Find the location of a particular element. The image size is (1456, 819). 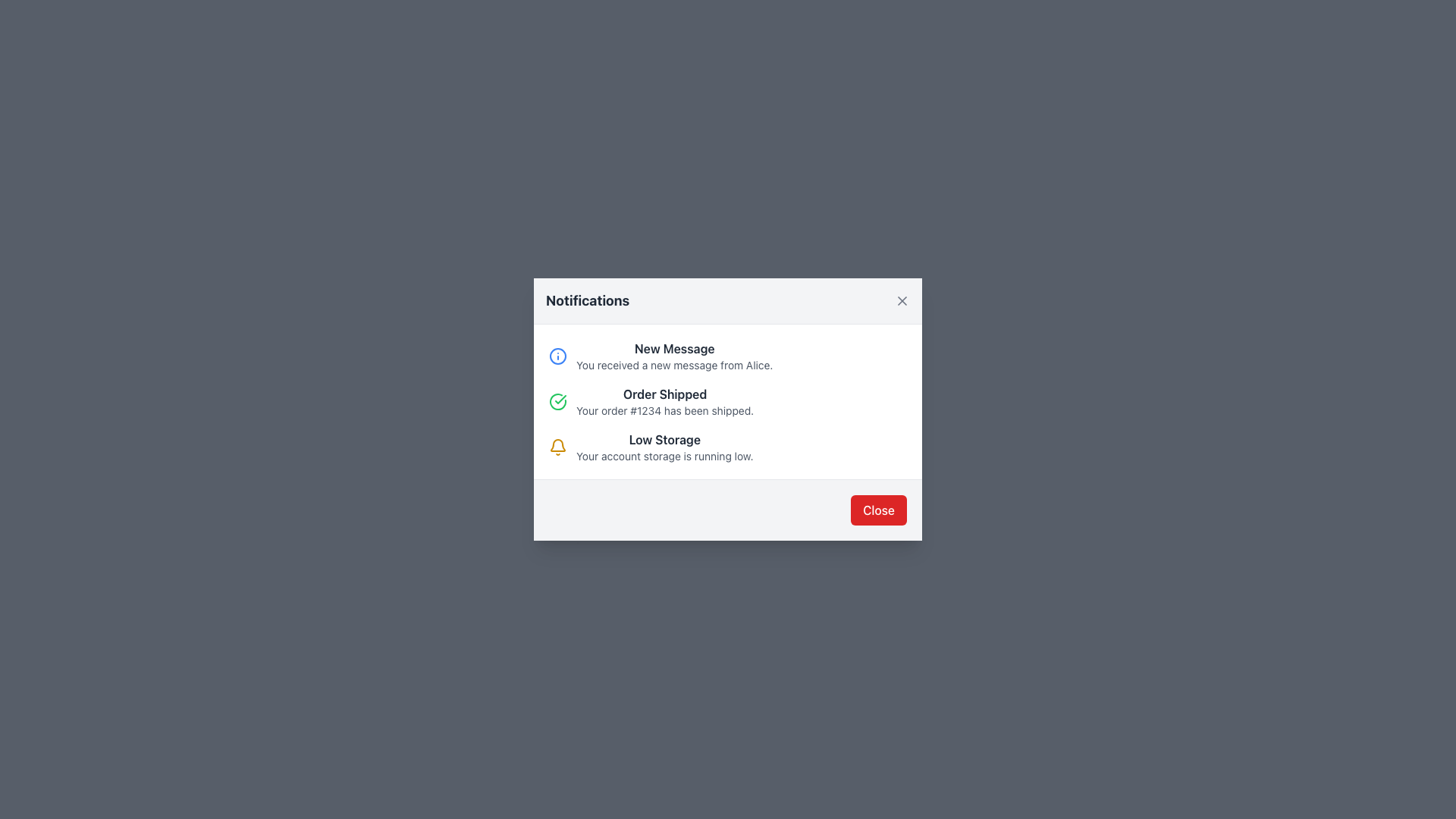

the 'X' icon located in the top-right corner of the notification window is located at coordinates (902, 301).